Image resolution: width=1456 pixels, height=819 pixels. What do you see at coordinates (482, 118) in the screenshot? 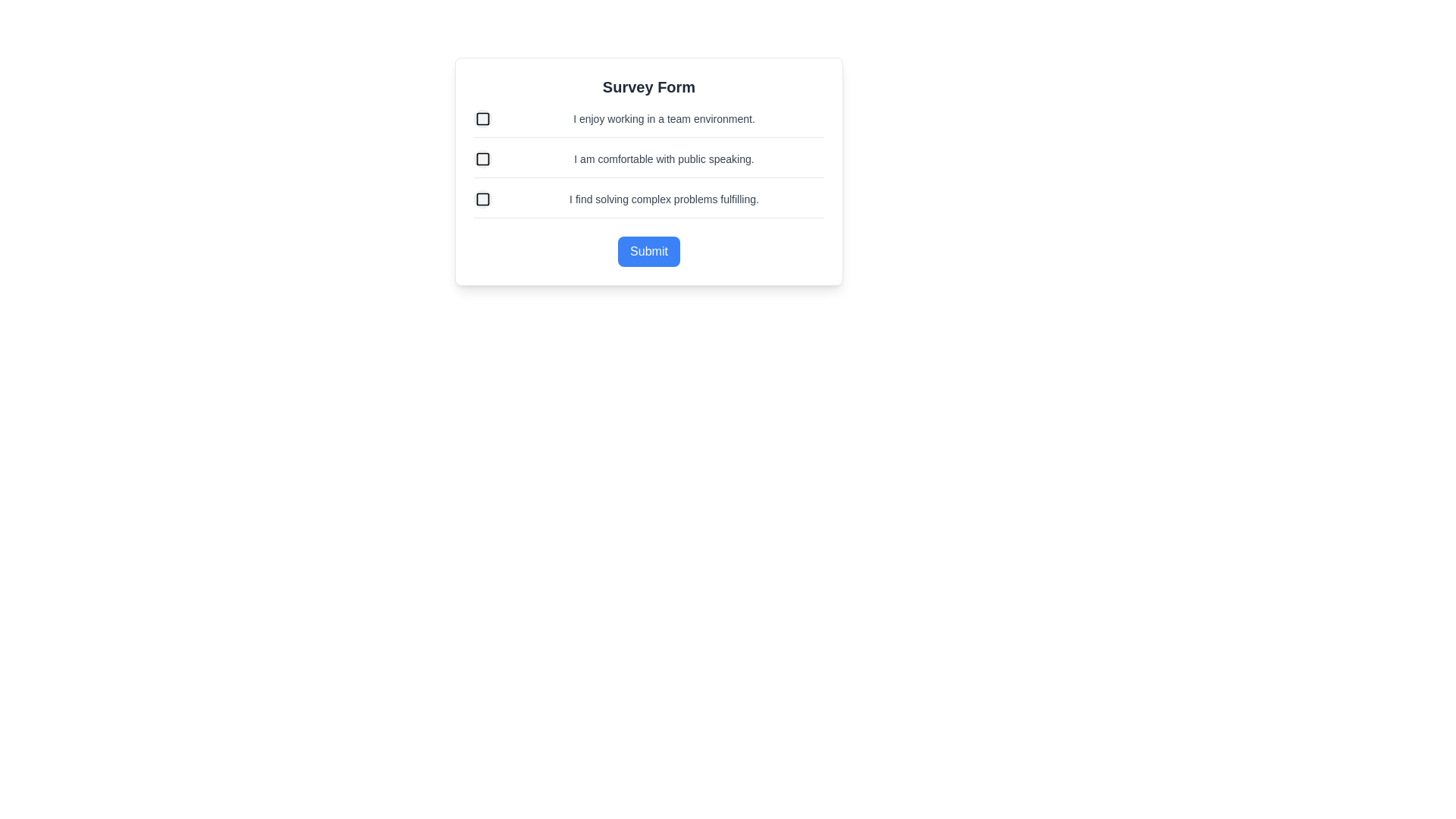
I see `the Checkbox icon located to the left of the text 'I enjoy working in a team environment'` at bounding box center [482, 118].